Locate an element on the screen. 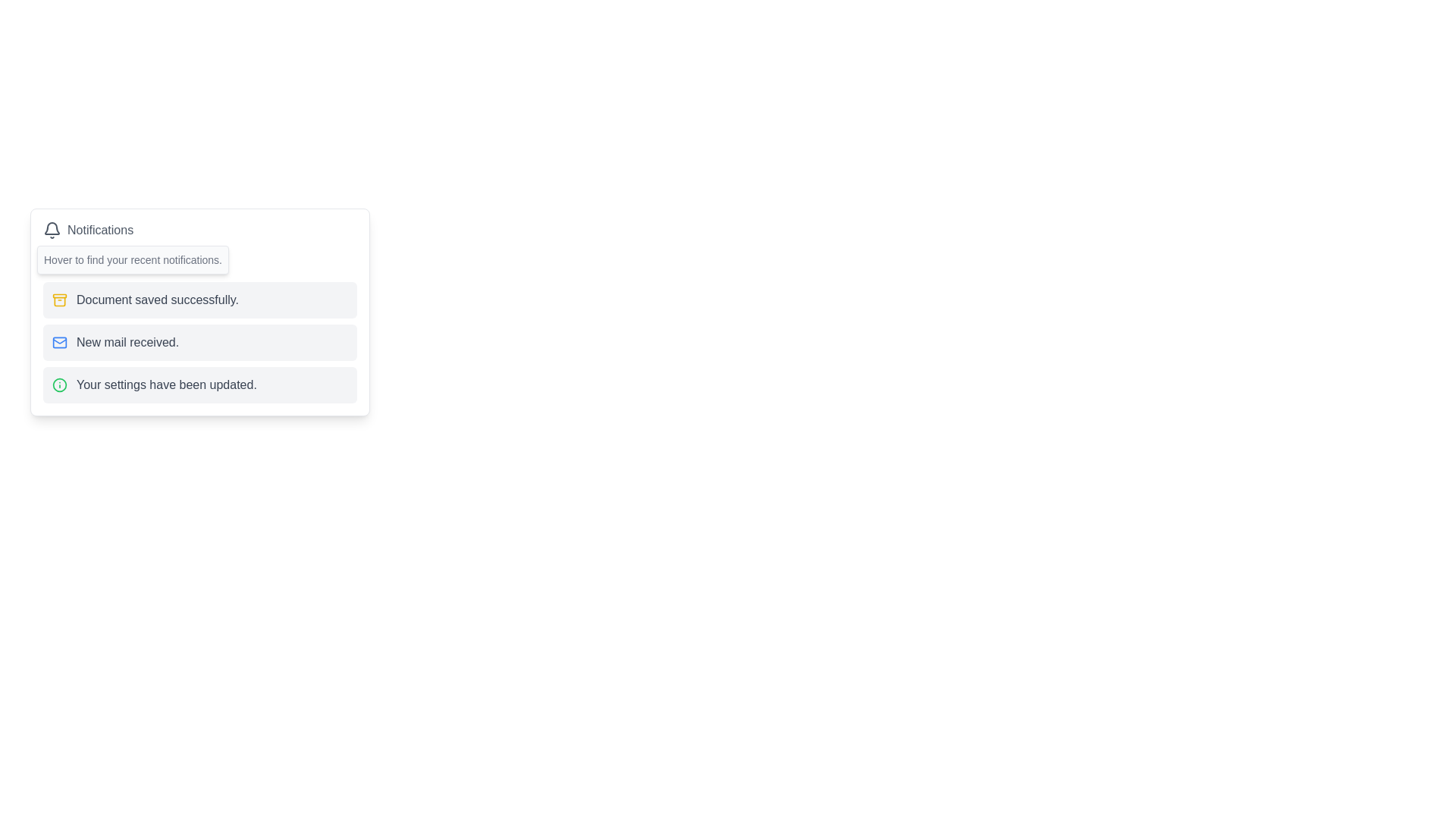  the small bell icon located in the top-left corner of the notification panel, which is styled in minimalistic line art and is positioned next to the 'Notifications' heading is located at coordinates (52, 231).